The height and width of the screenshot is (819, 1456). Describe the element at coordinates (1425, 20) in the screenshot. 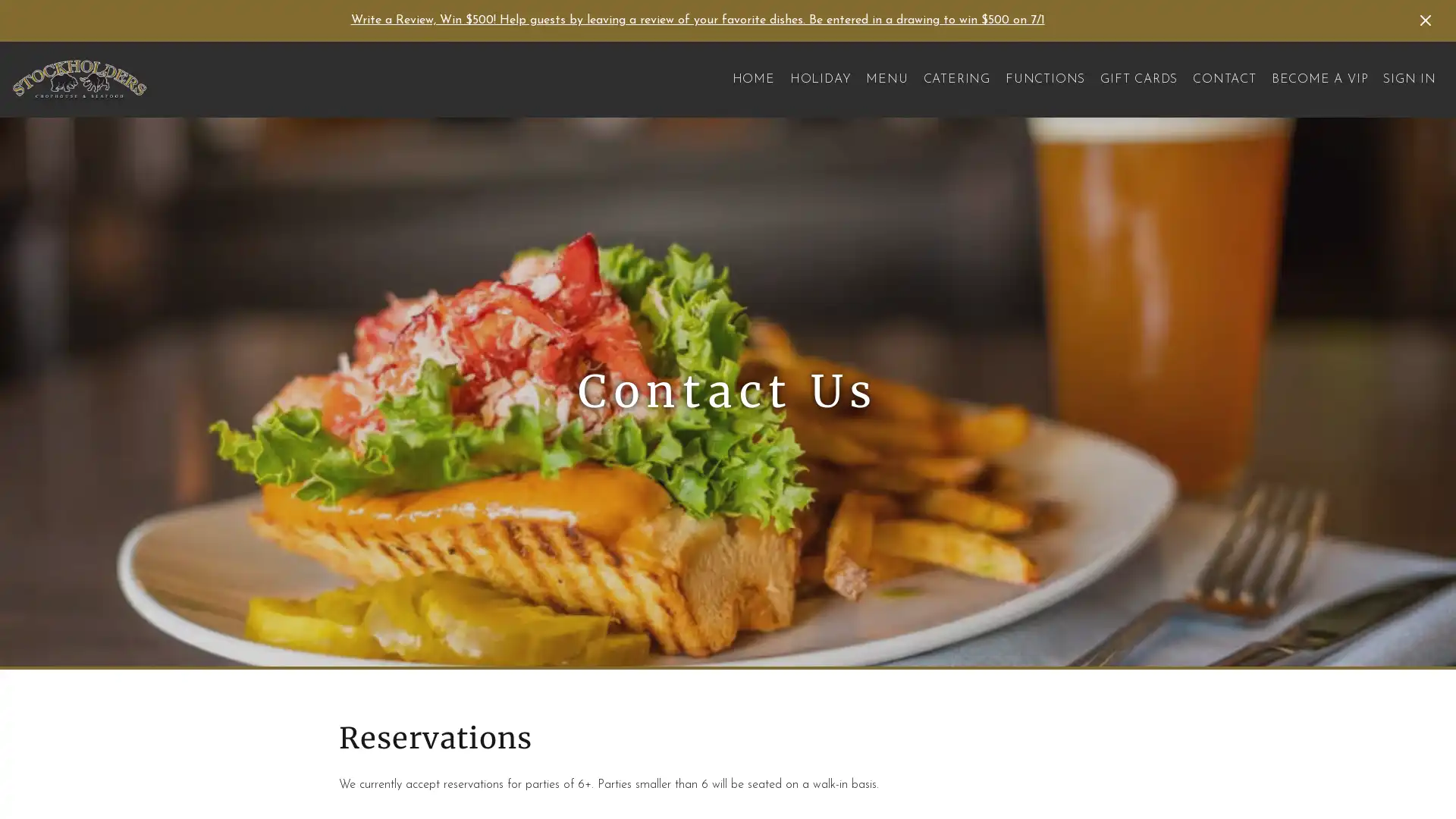

I see `Dismiss Announcement` at that location.